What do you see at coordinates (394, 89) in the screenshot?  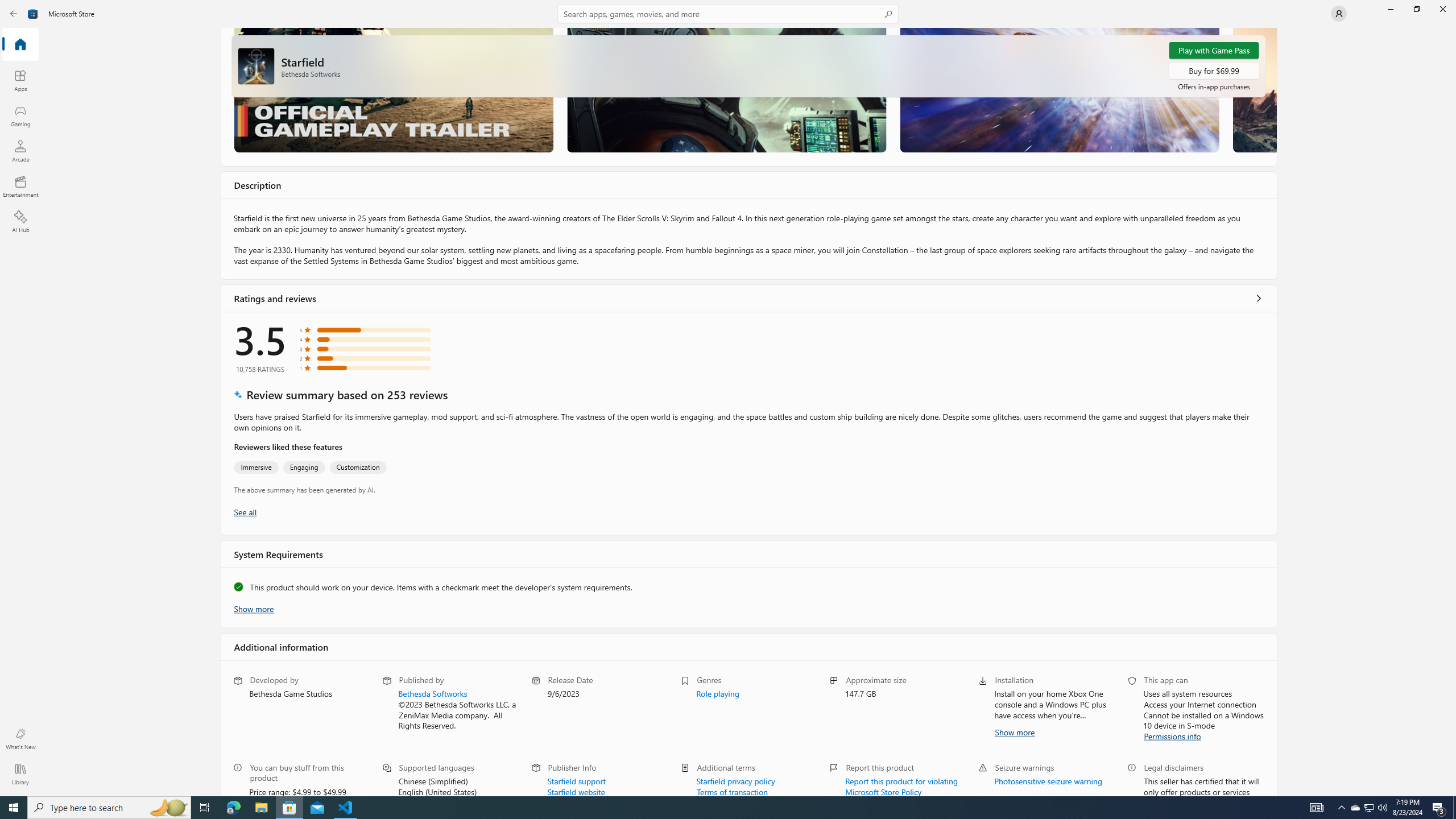 I see `'Gameplay Trailer'` at bounding box center [394, 89].